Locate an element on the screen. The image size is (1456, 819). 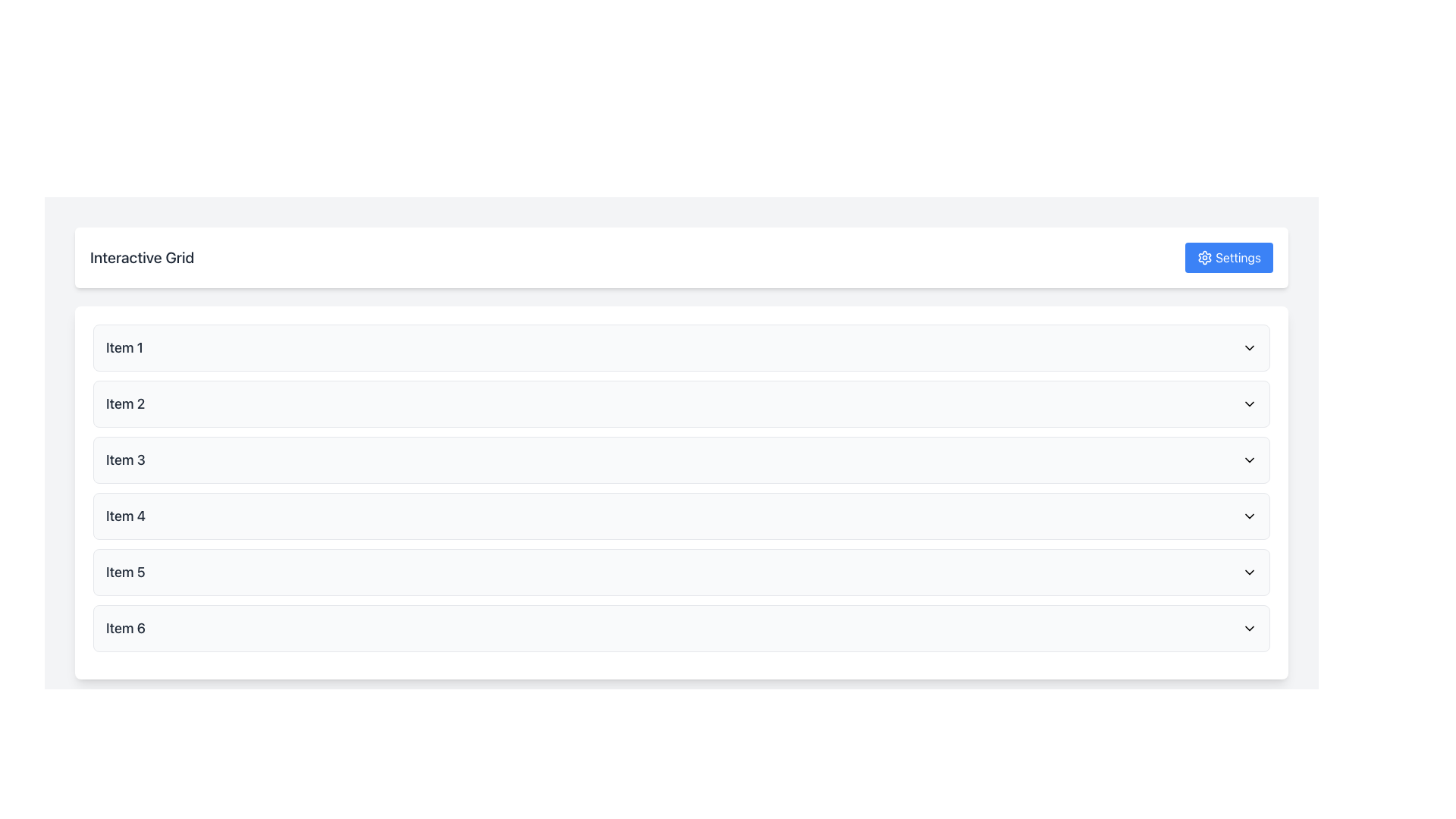
the second item is located at coordinates (680, 403).